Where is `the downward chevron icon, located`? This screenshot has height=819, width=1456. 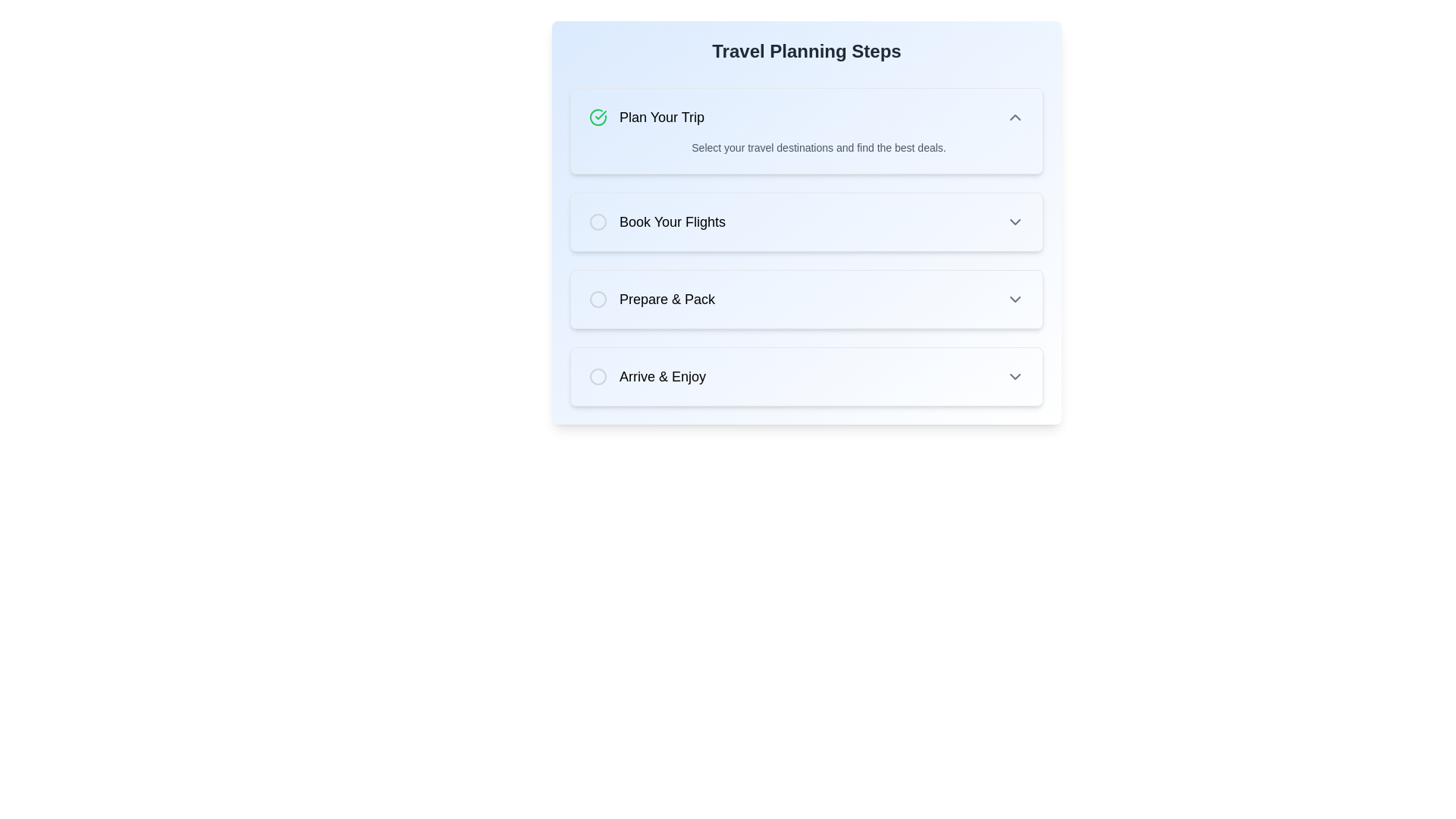 the downward chevron icon, located is located at coordinates (1015, 222).